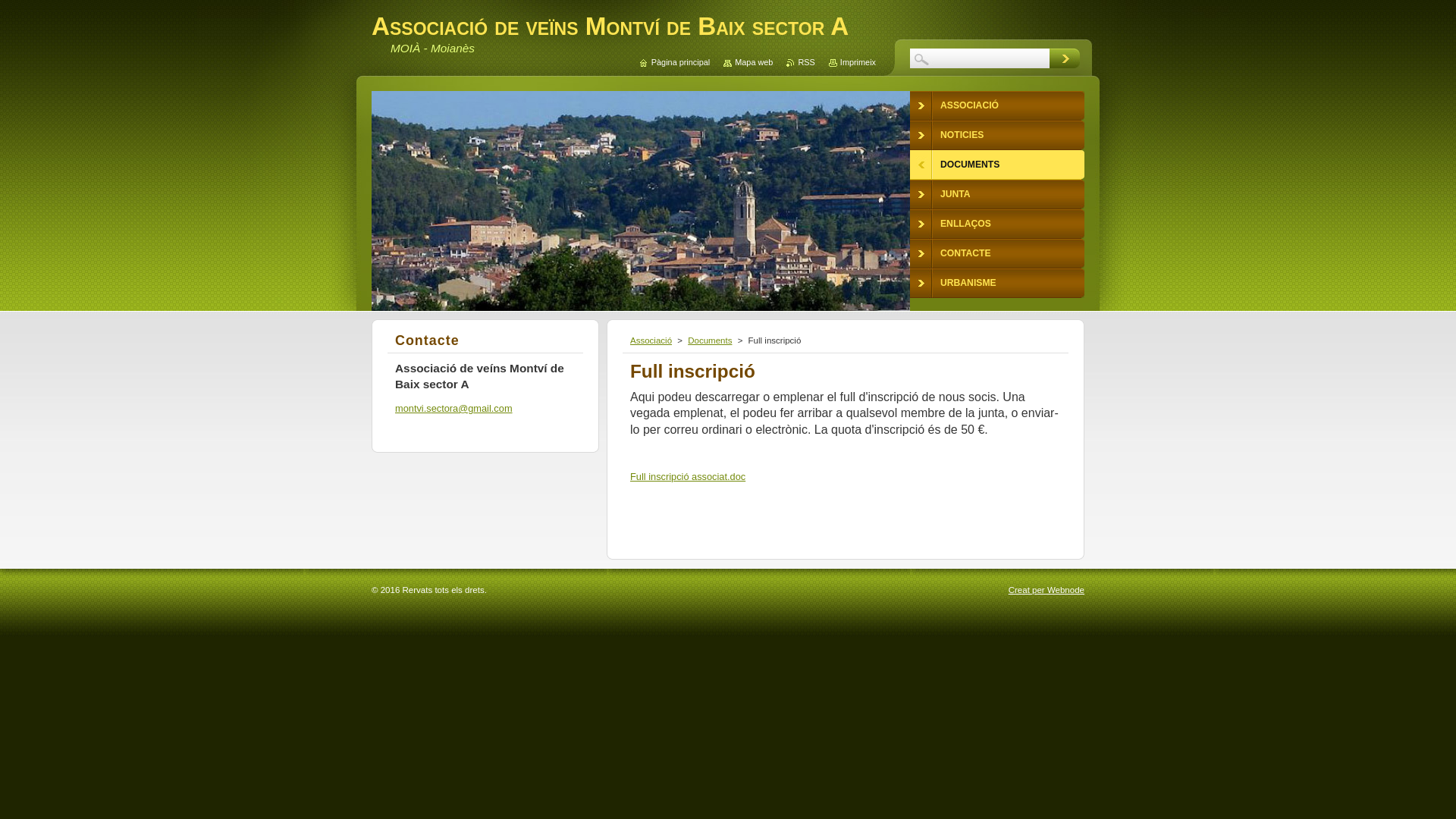 This screenshot has height=819, width=1456. Describe the element at coordinates (799, 61) in the screenshot. I see `'RSS'` at that location.